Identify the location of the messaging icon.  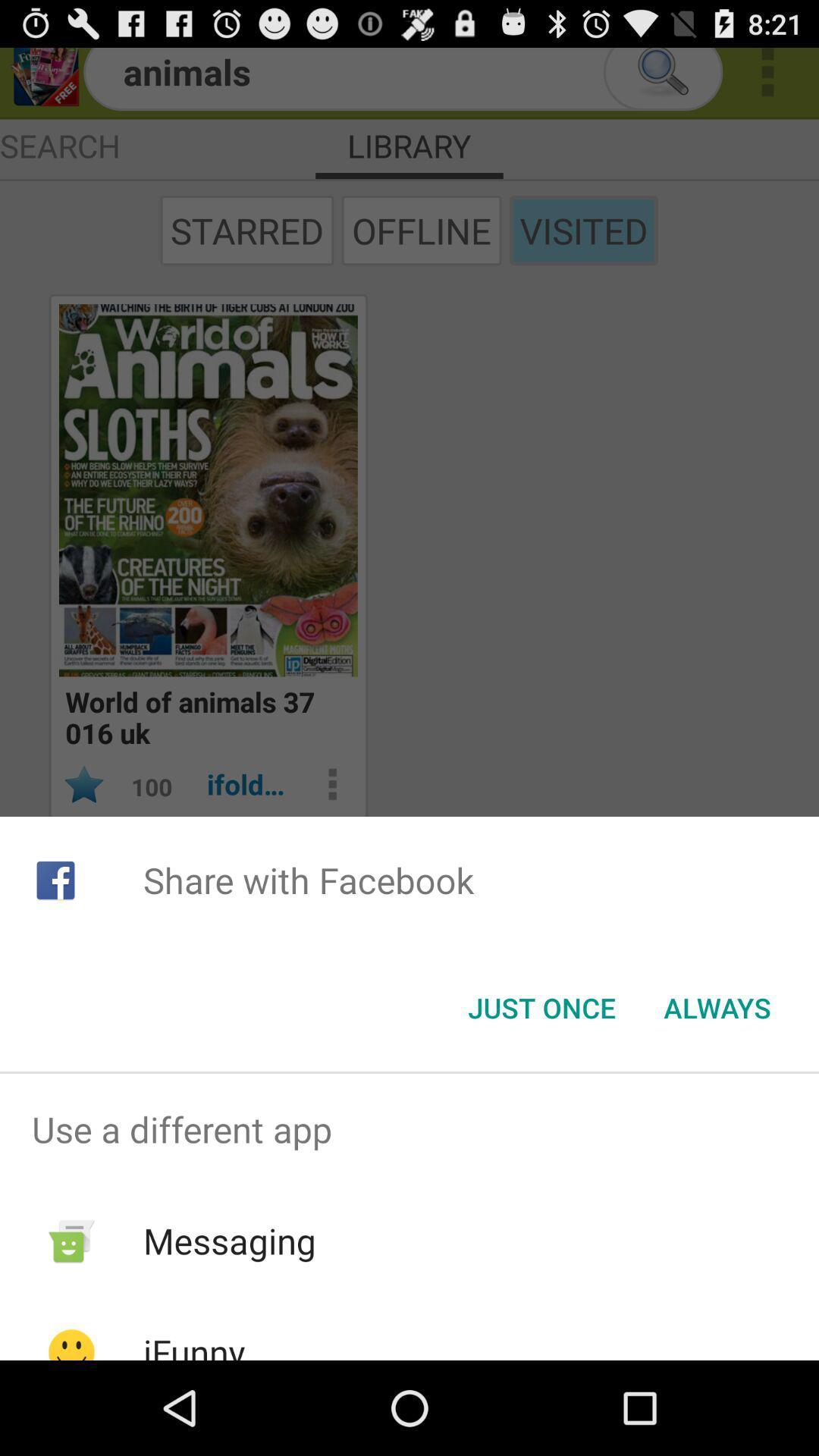
(230, 1241).